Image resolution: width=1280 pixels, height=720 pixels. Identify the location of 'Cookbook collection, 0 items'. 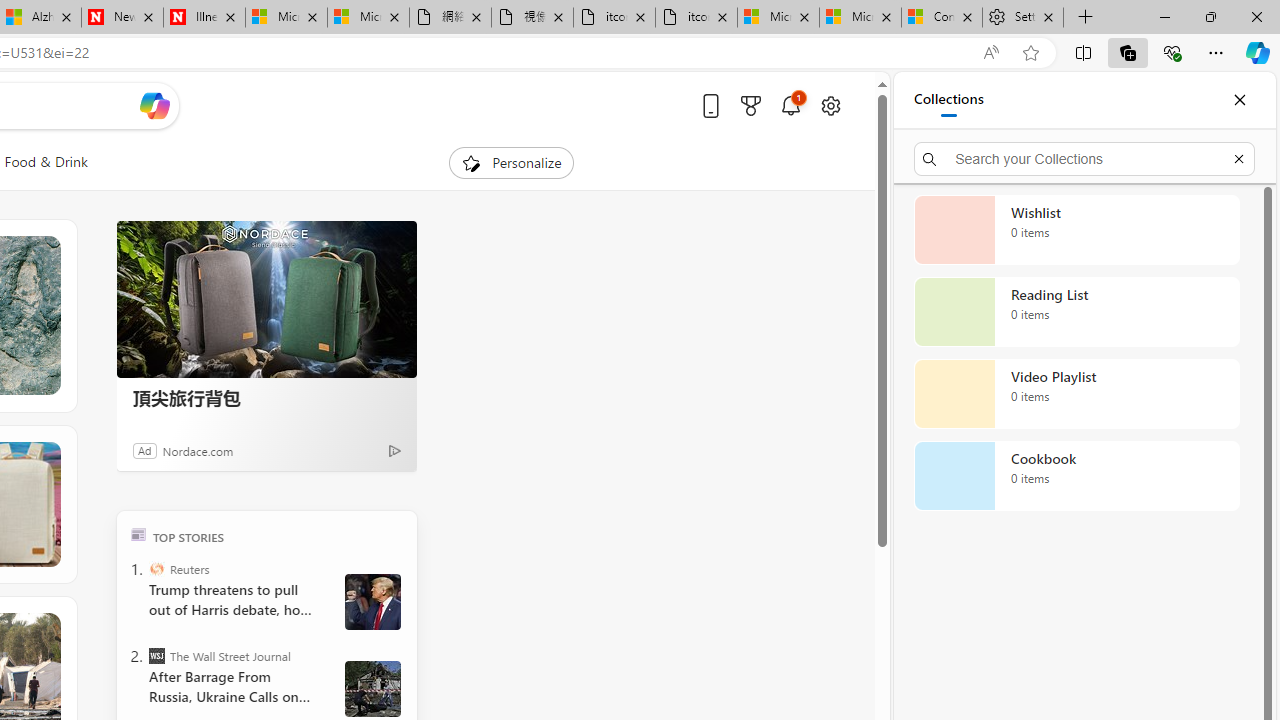
(1076, 475).